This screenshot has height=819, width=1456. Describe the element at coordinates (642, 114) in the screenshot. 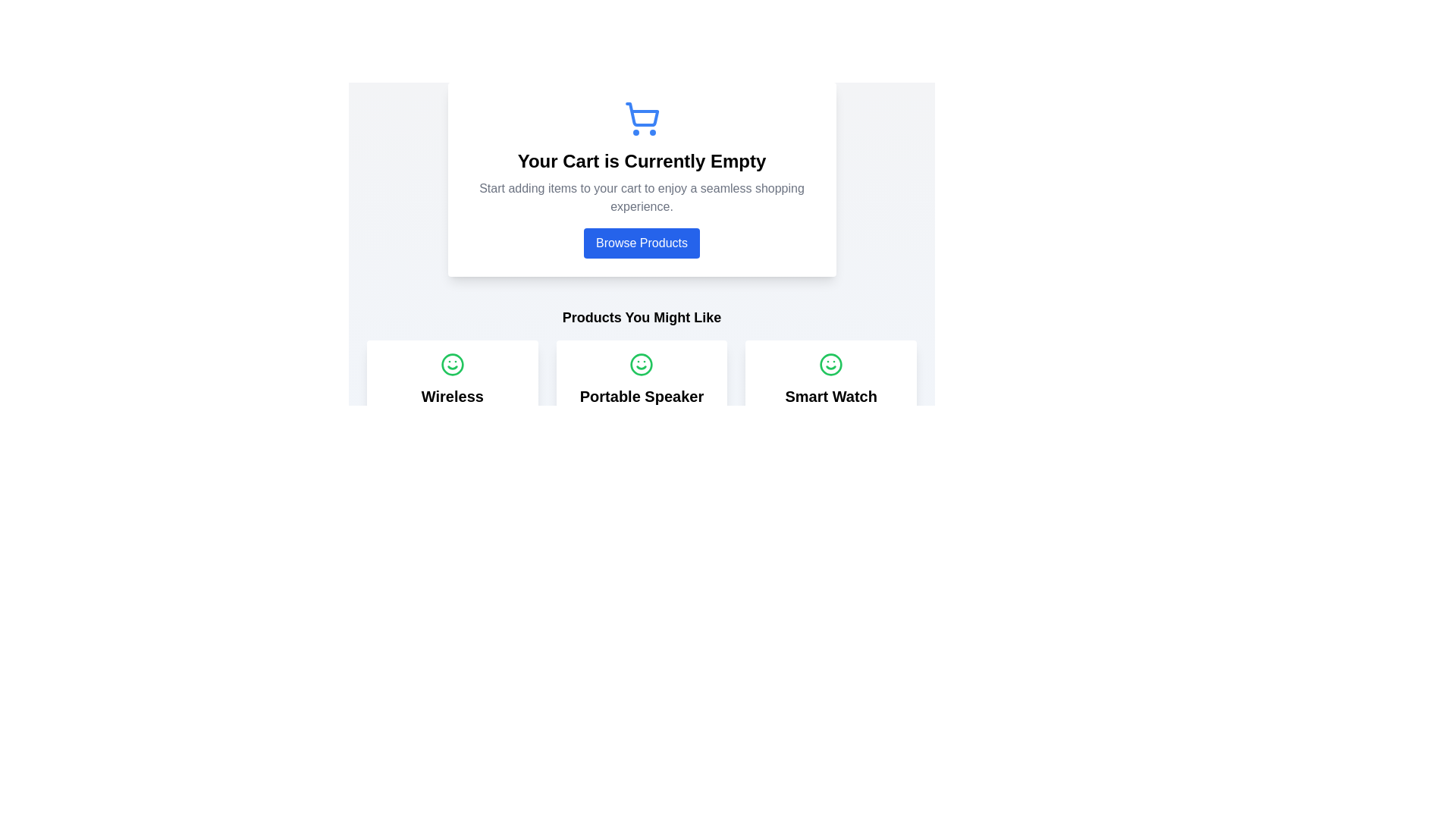

I see `the shopping cart icon component, which is a simple outline representation associated with online shopping, located above the text 'Your Cart is Currently Empty'` at that location.